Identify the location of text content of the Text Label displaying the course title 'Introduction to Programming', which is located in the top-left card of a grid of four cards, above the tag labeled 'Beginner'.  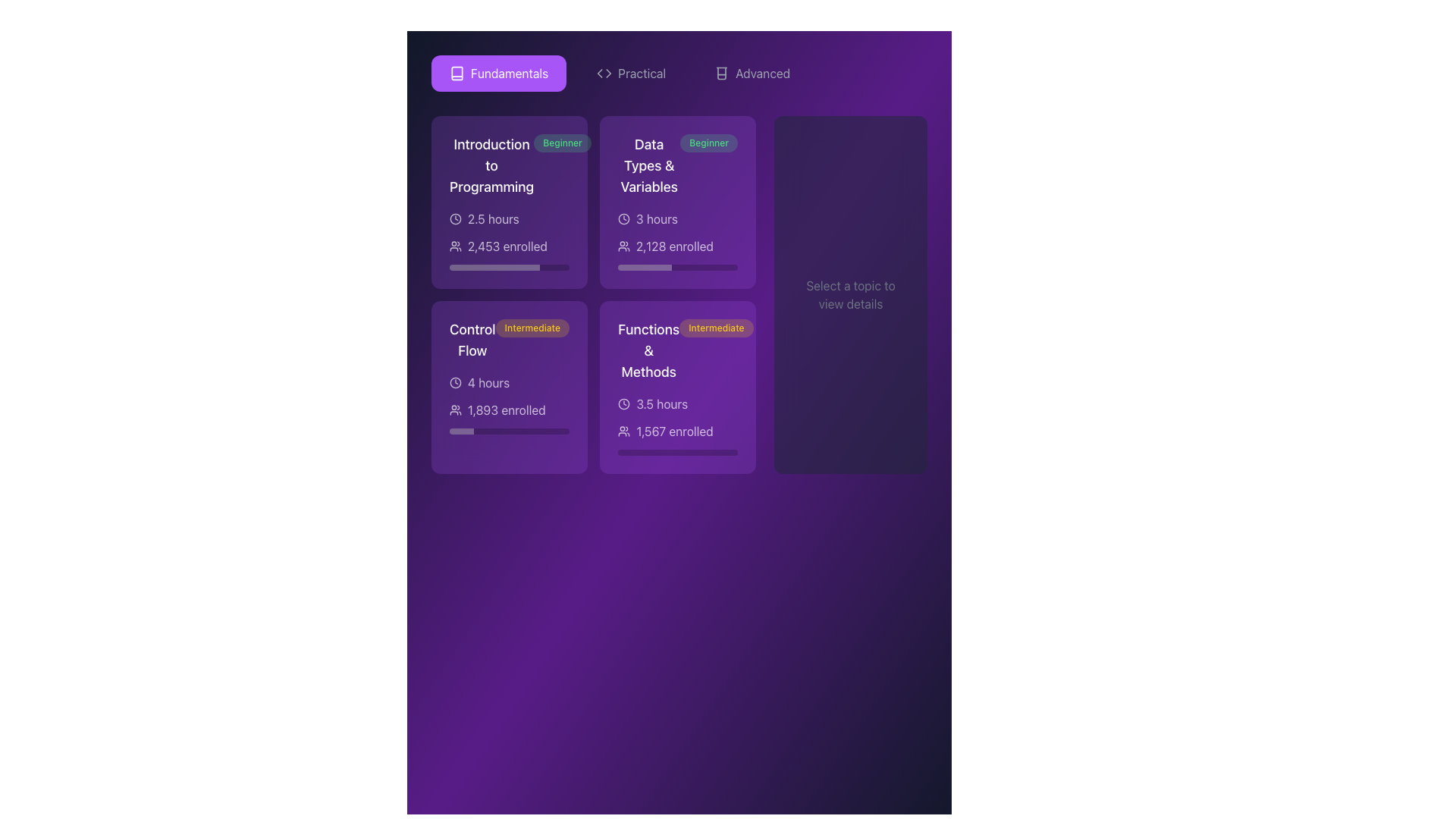
(491, 166).